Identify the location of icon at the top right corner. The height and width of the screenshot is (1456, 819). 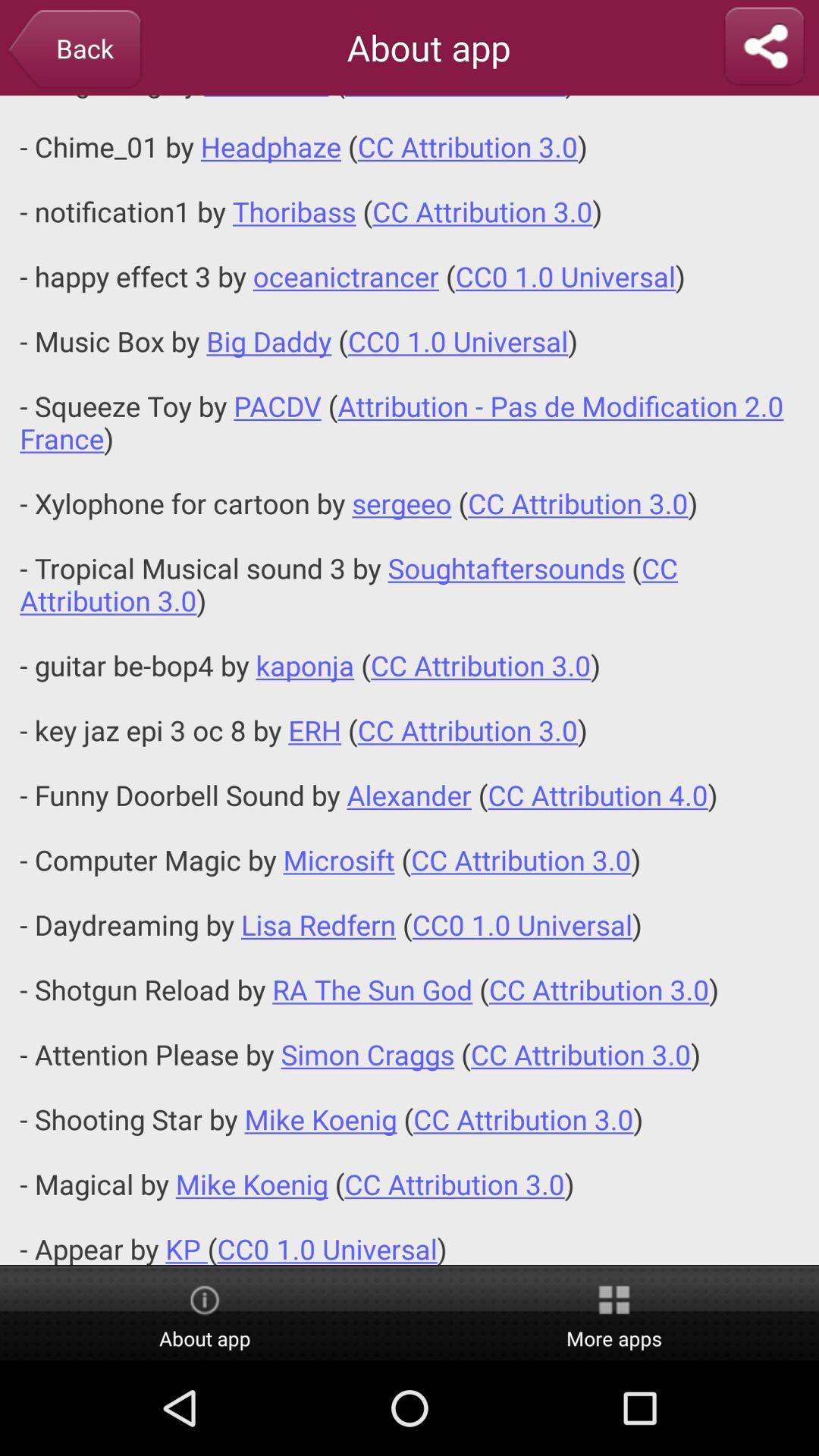
(764, 47).